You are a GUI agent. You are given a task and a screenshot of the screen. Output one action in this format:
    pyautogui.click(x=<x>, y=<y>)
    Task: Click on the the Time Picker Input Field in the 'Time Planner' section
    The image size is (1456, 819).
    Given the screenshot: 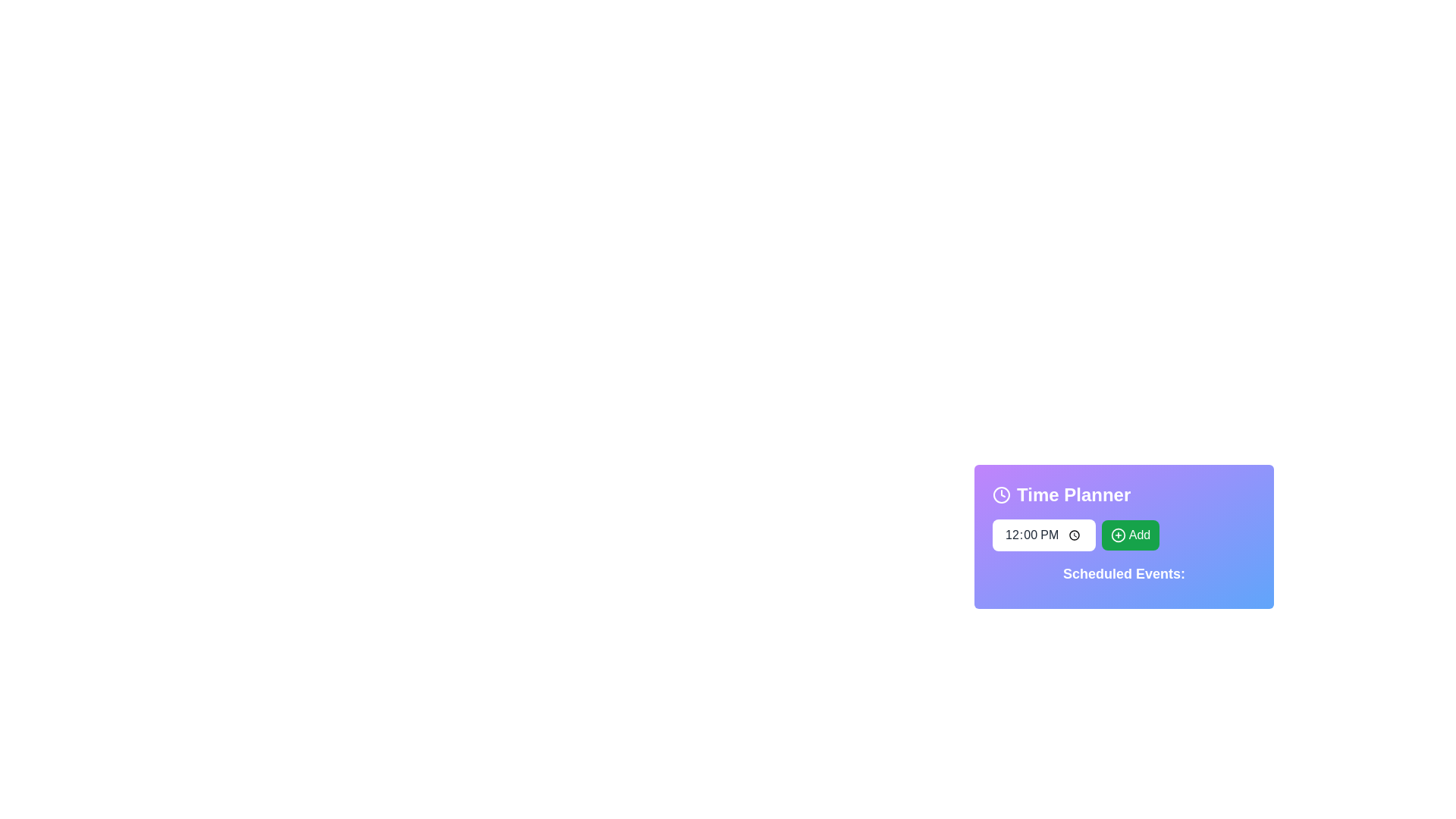 What is the action you would take?
    pyautogui.click(x=1043, y=534)
    